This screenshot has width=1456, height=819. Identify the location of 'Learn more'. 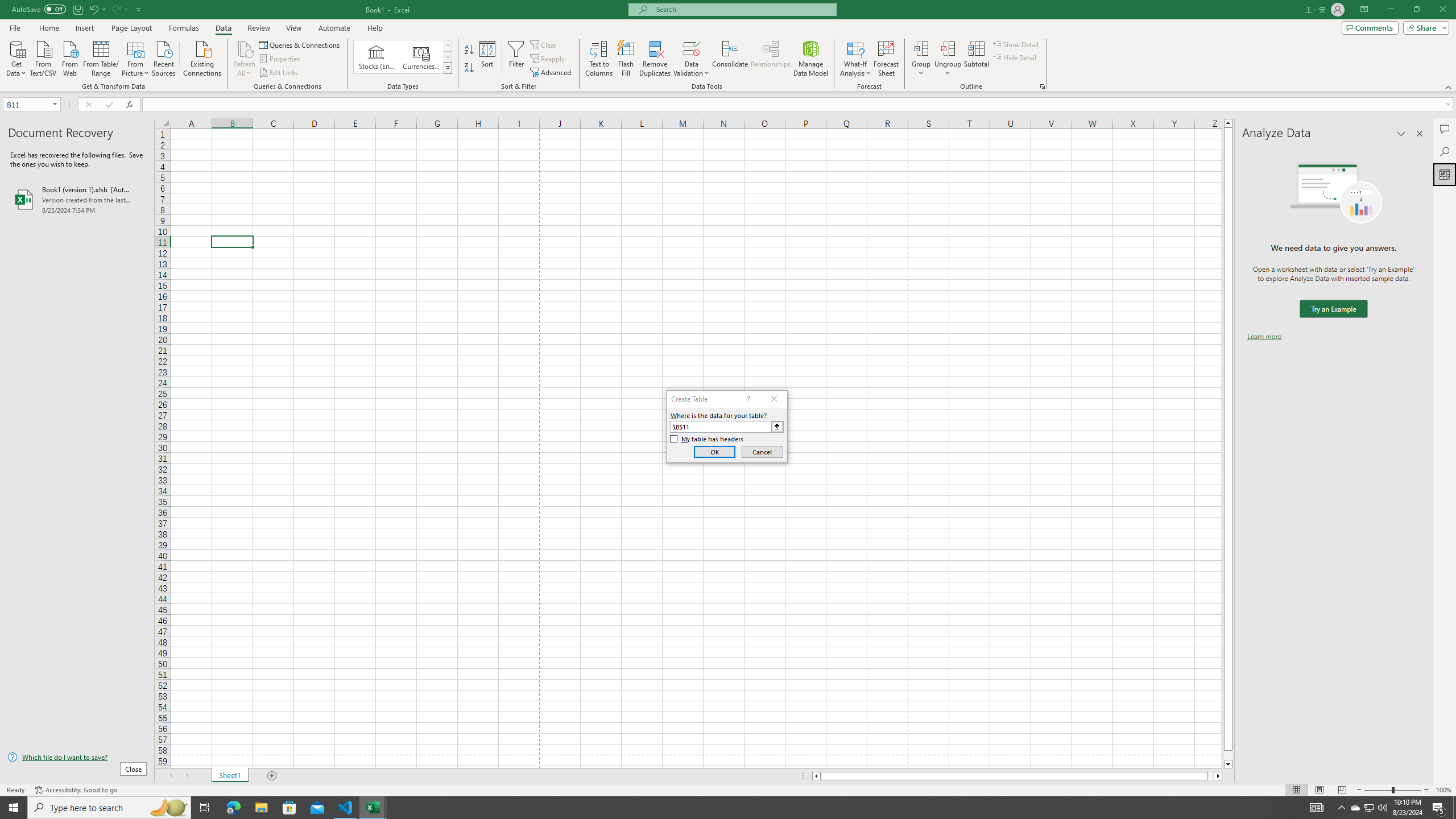
(1264, 336).